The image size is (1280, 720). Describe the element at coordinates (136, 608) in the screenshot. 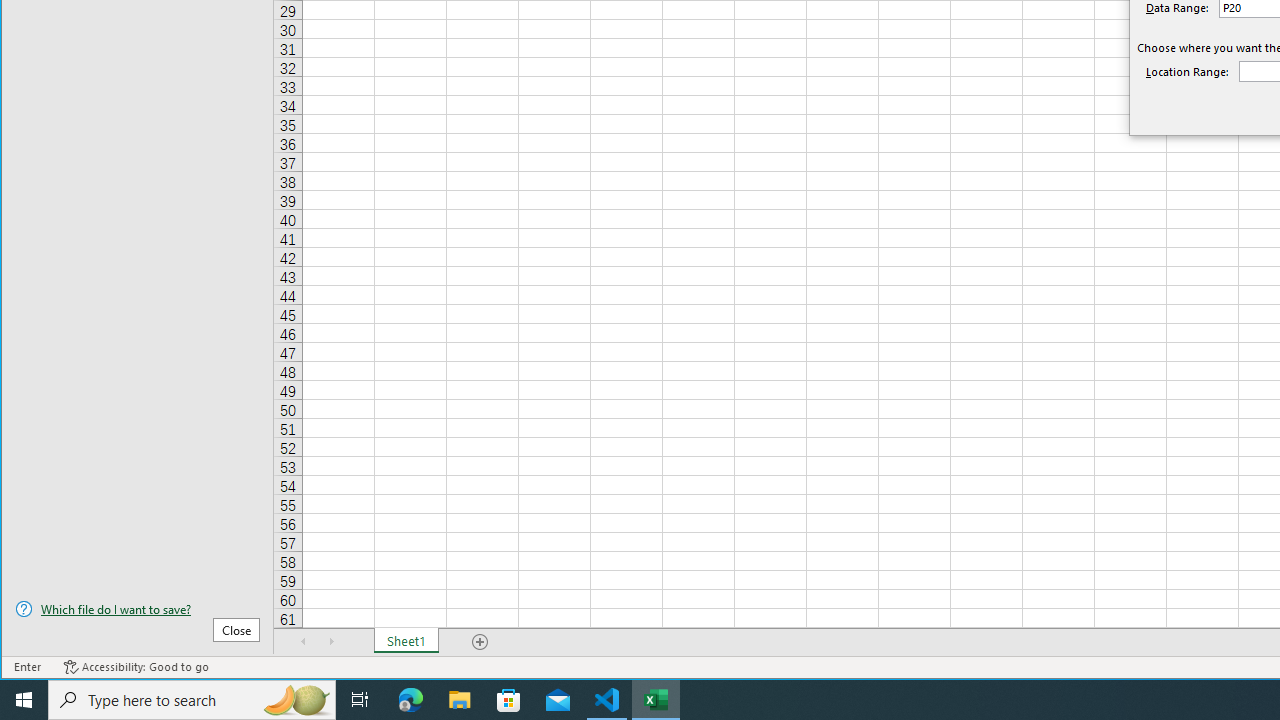

I see `'Which file do I want to save?'` at that location.